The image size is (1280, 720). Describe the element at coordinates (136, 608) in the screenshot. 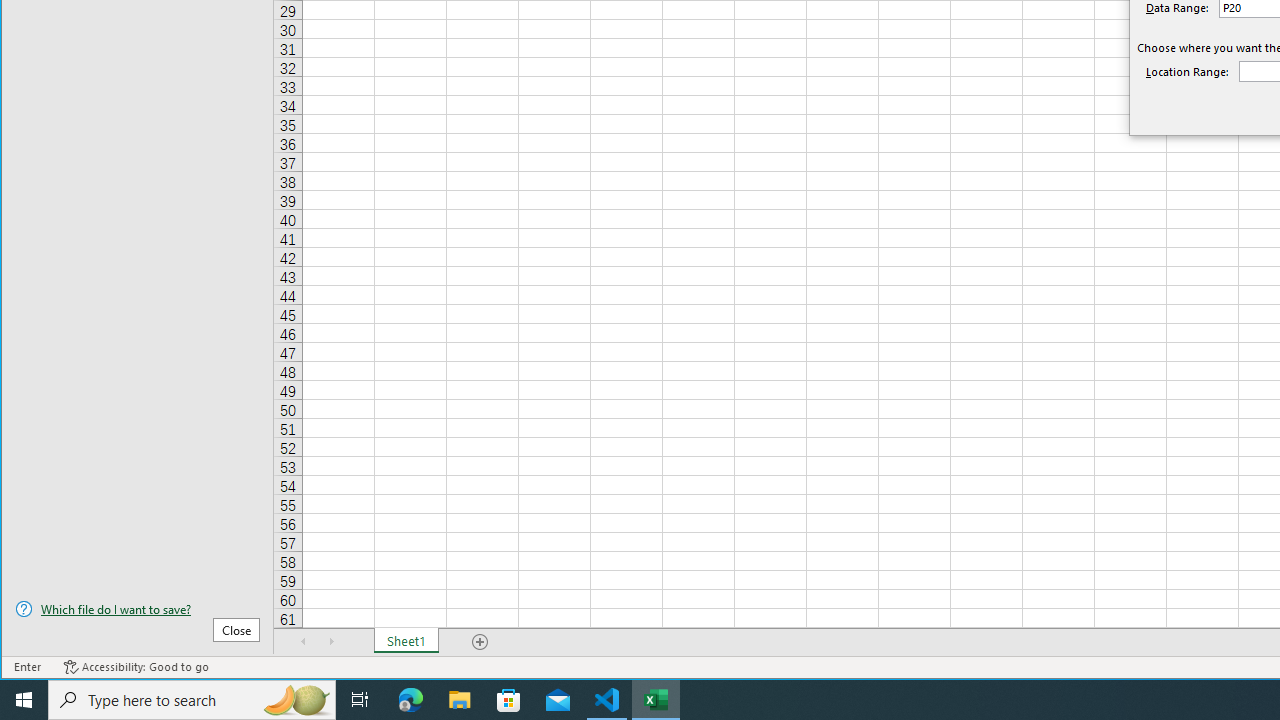

I see `'Which file do I want to save?'` at that location.